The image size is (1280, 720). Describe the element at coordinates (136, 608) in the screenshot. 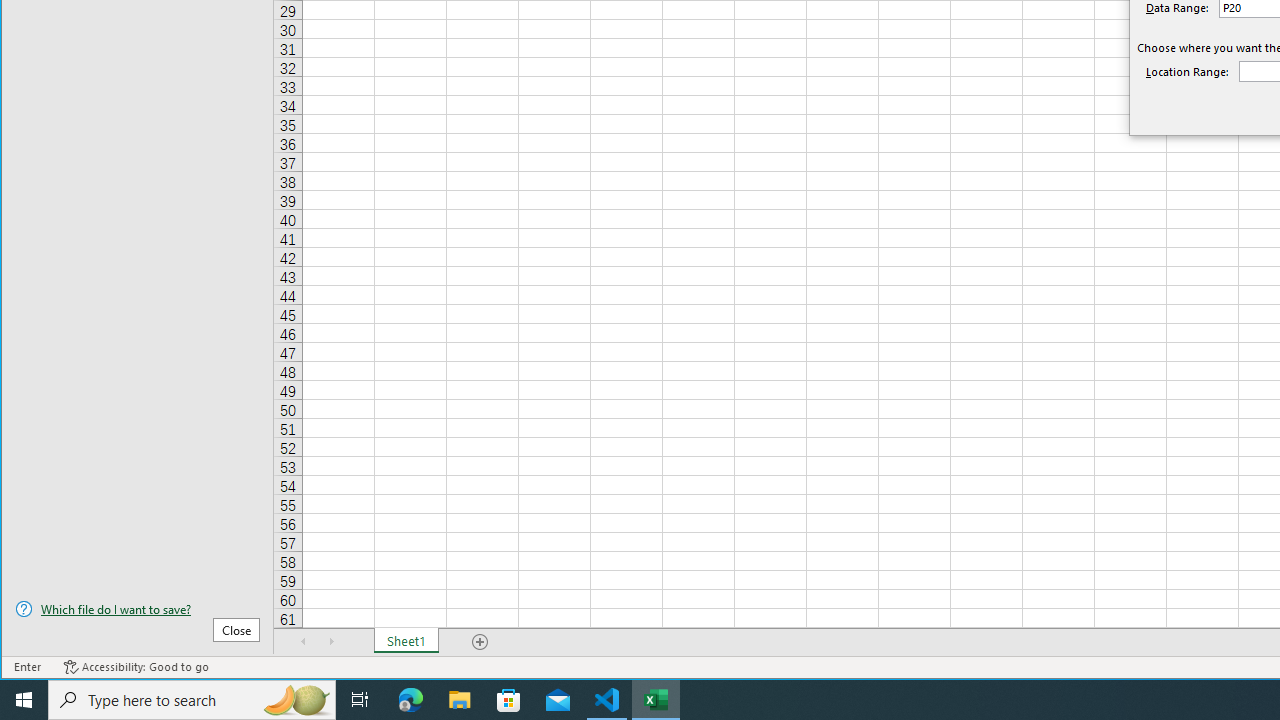

I see `'Which file do I want to save?'` at that location.